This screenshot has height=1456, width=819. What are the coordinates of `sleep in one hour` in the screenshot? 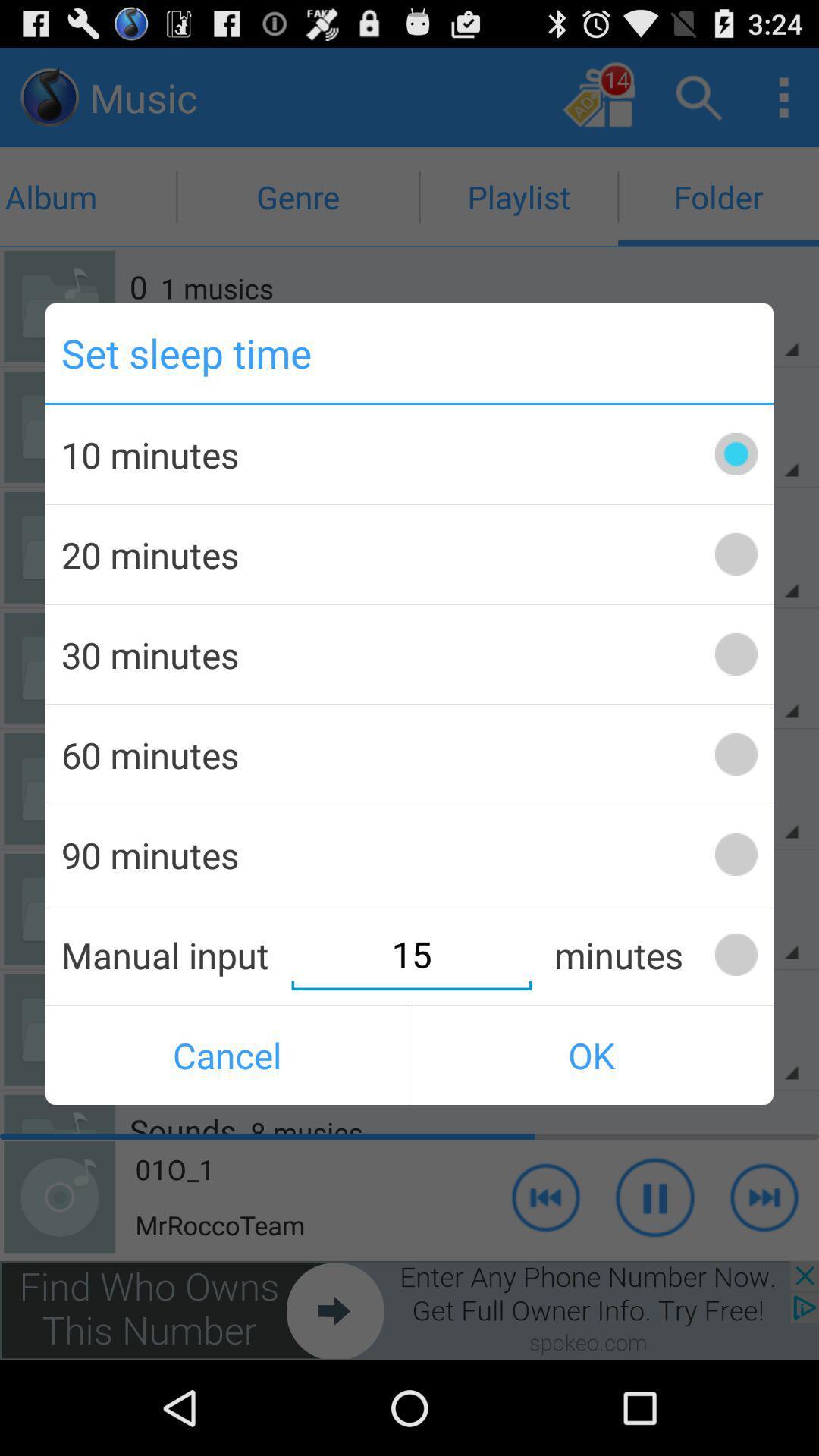 It's located at (735, 755).